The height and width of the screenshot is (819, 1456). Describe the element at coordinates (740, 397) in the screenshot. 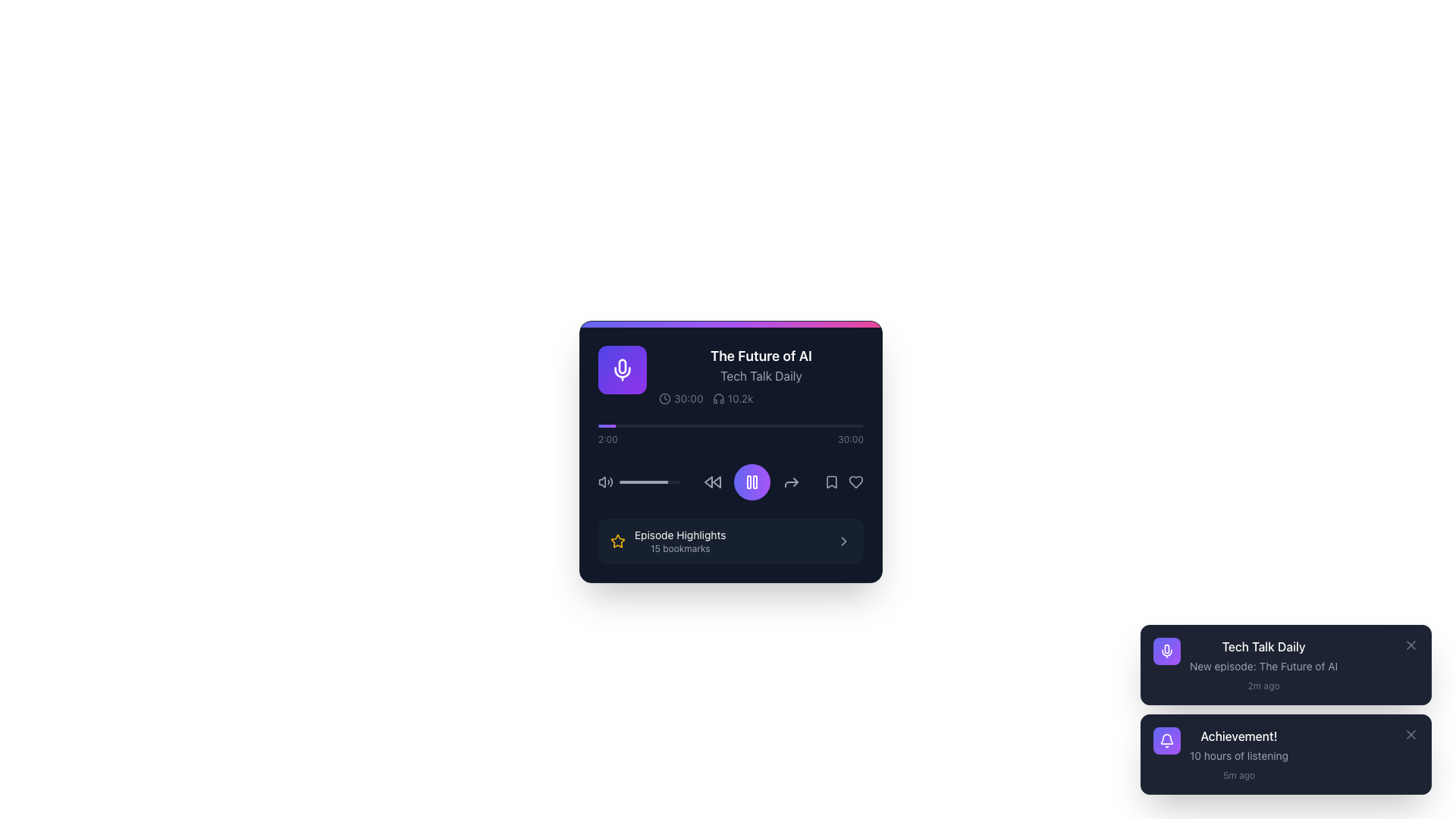

I see `value displayed in the text field showing '10.2k', located to the right of the headphones icon in the dark-themed content card labeled 'The Future of AI'` at that location.